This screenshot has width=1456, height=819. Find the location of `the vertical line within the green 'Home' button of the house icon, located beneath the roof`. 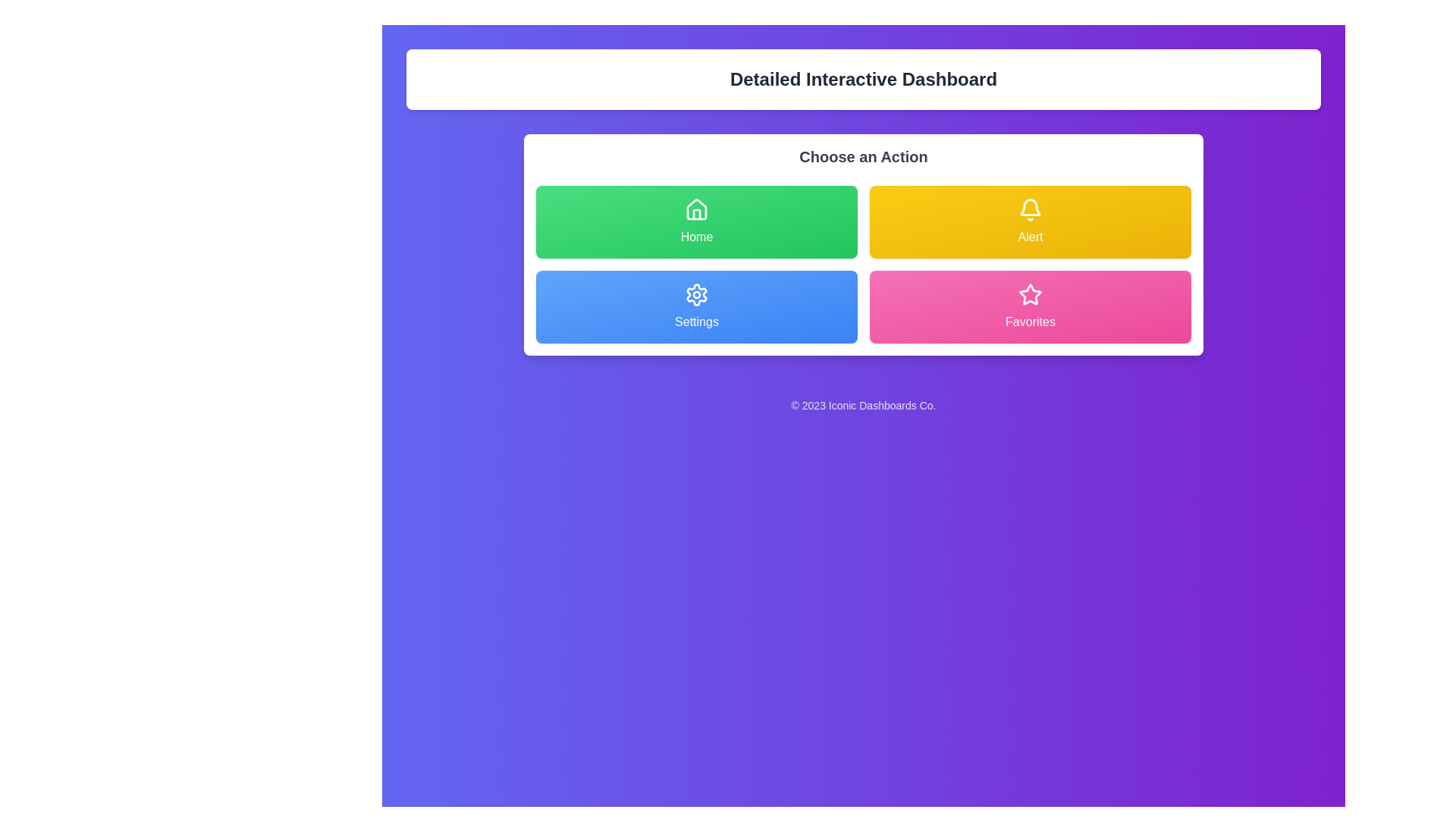

the vertical line within the green 'Home' button of the house icon, located beneath the roof is located at coordinates (695, 214).